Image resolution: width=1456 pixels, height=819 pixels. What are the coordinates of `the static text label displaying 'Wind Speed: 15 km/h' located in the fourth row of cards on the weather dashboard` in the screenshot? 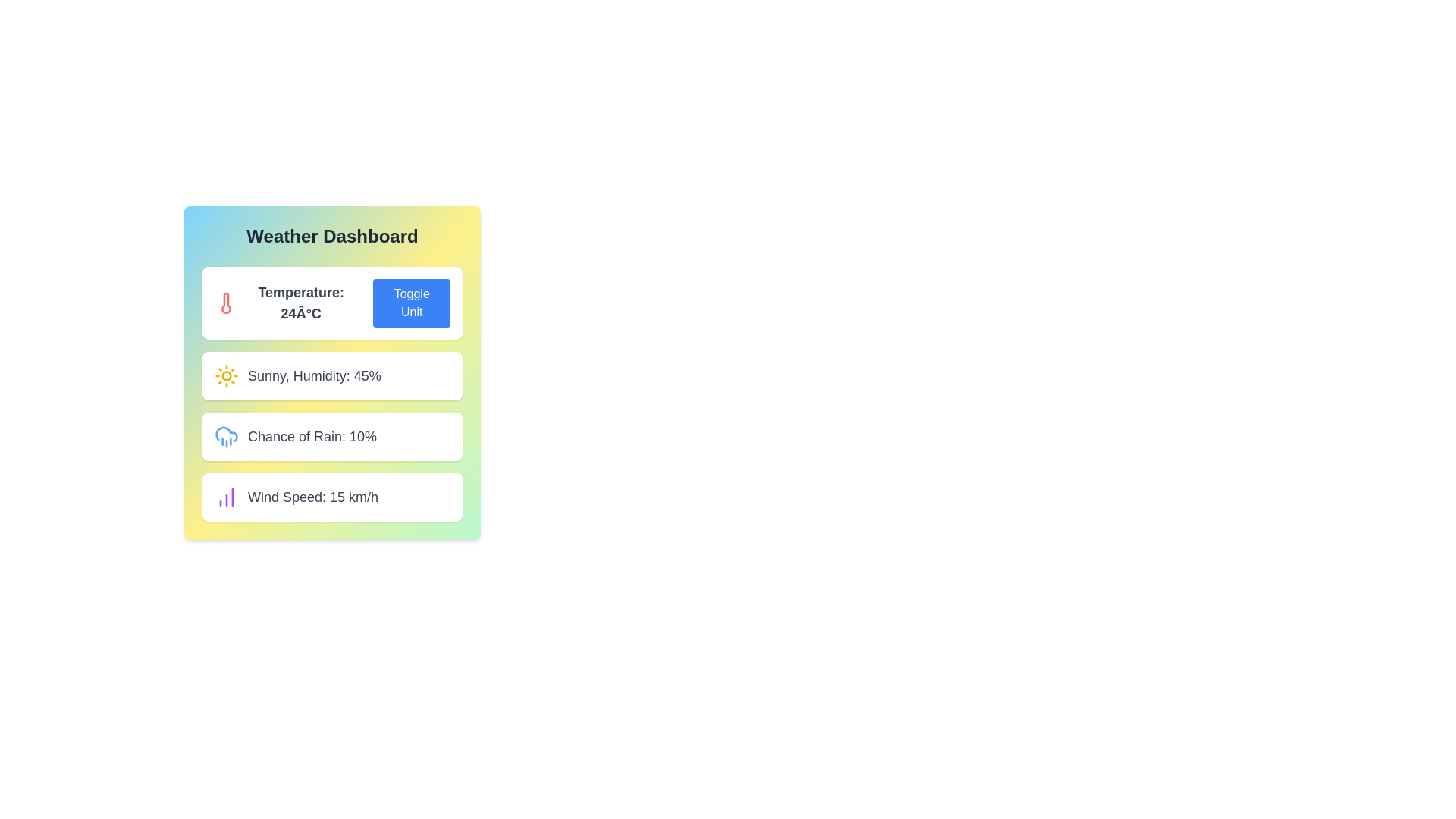 It's located at (312, 497).